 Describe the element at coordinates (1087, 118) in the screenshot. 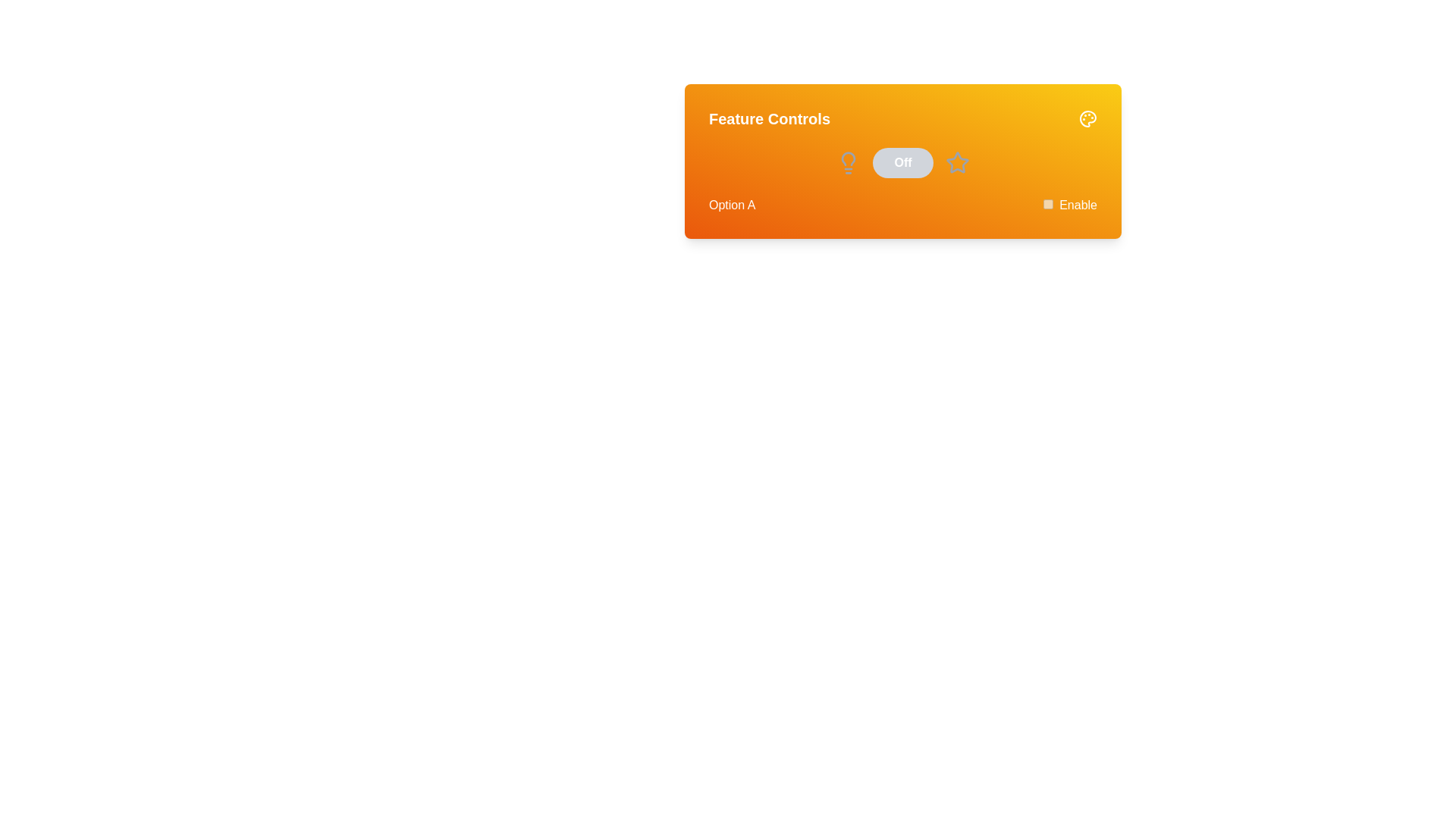

I see `the decorative palette icon located at the top-right corner of the 'Feature Controls' card` at that location.